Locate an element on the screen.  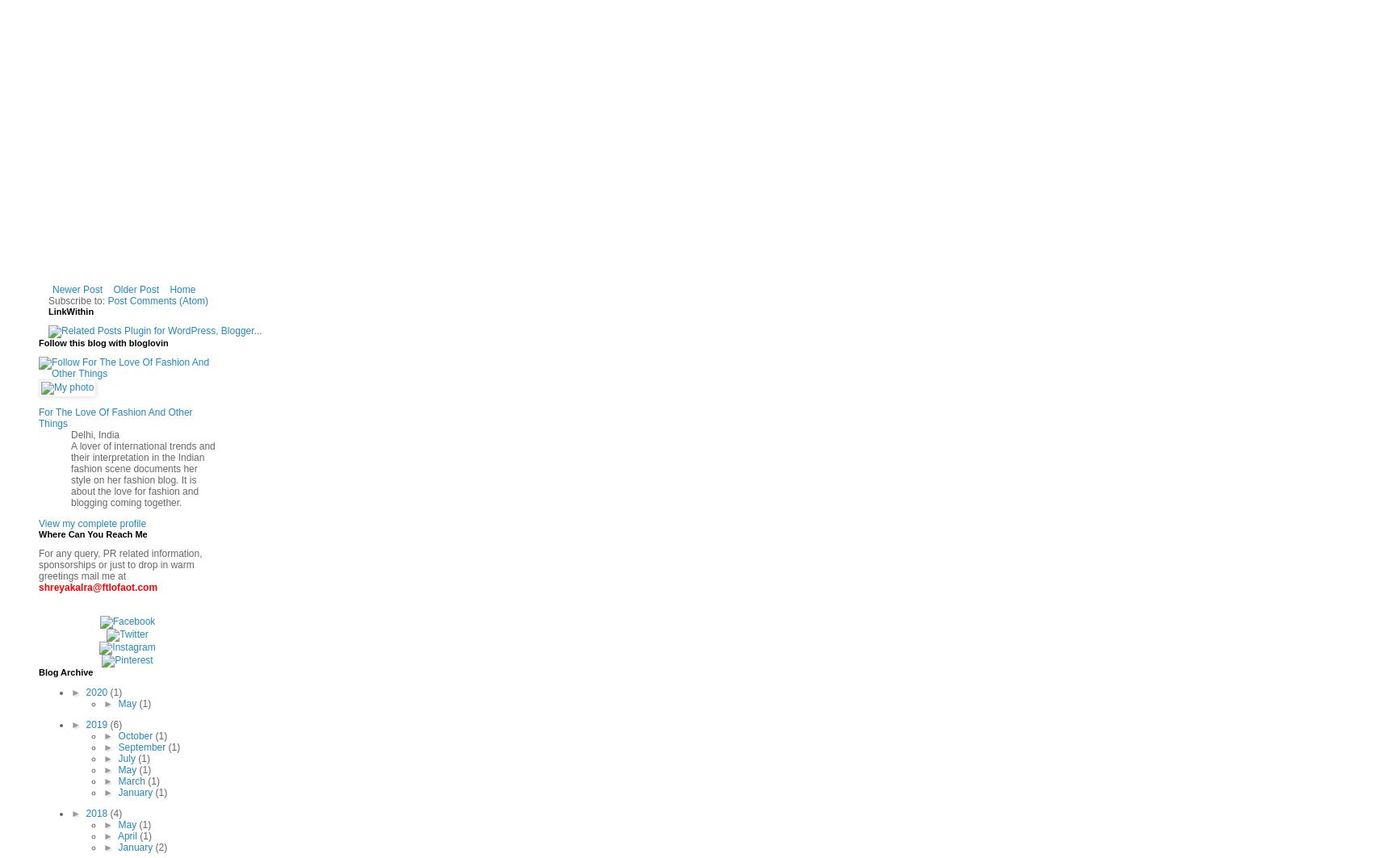
'LinkWithin' is located at coordinates (48, 311).